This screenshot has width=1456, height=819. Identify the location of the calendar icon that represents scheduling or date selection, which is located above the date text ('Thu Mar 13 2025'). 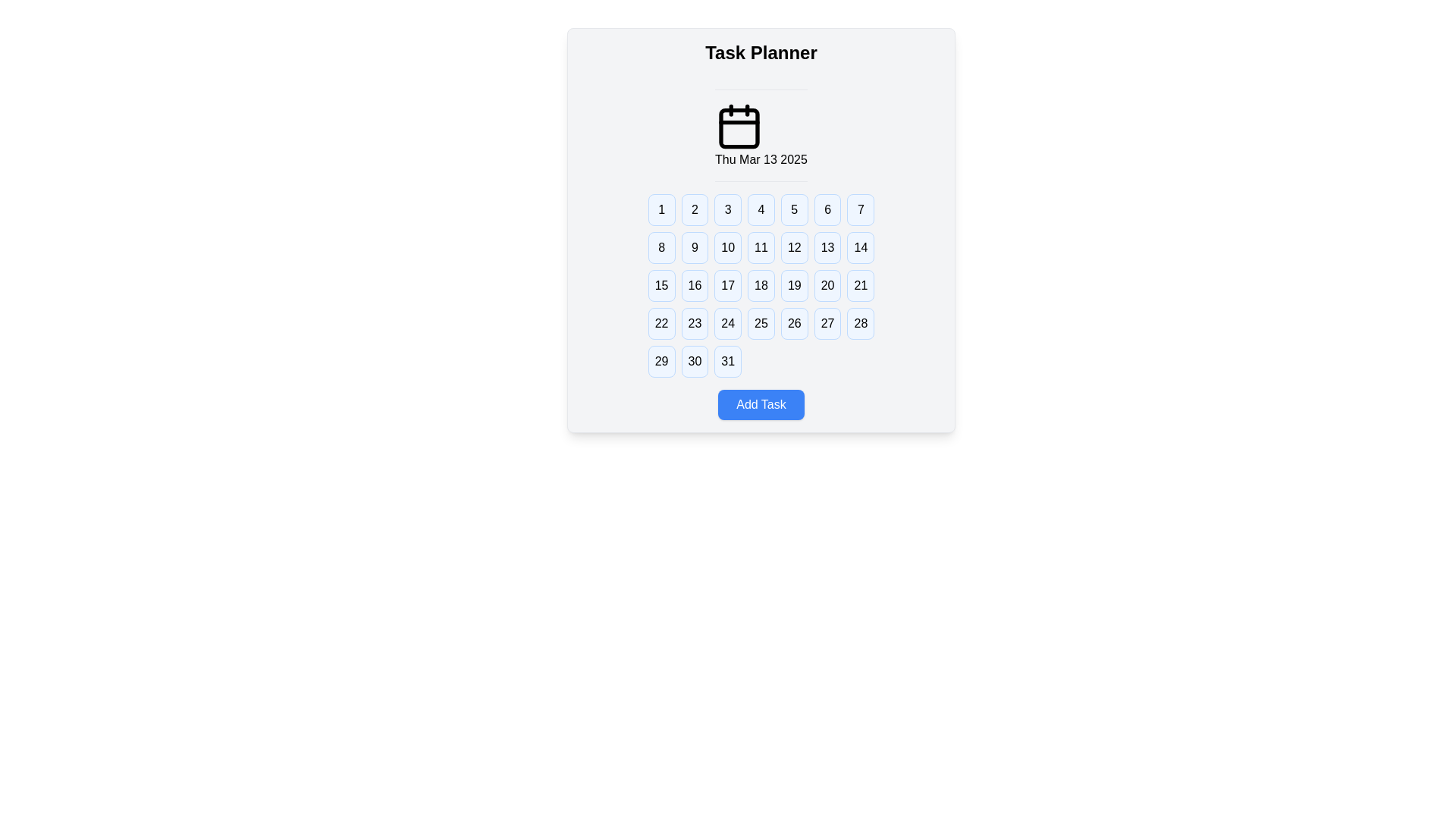
(739, 125).